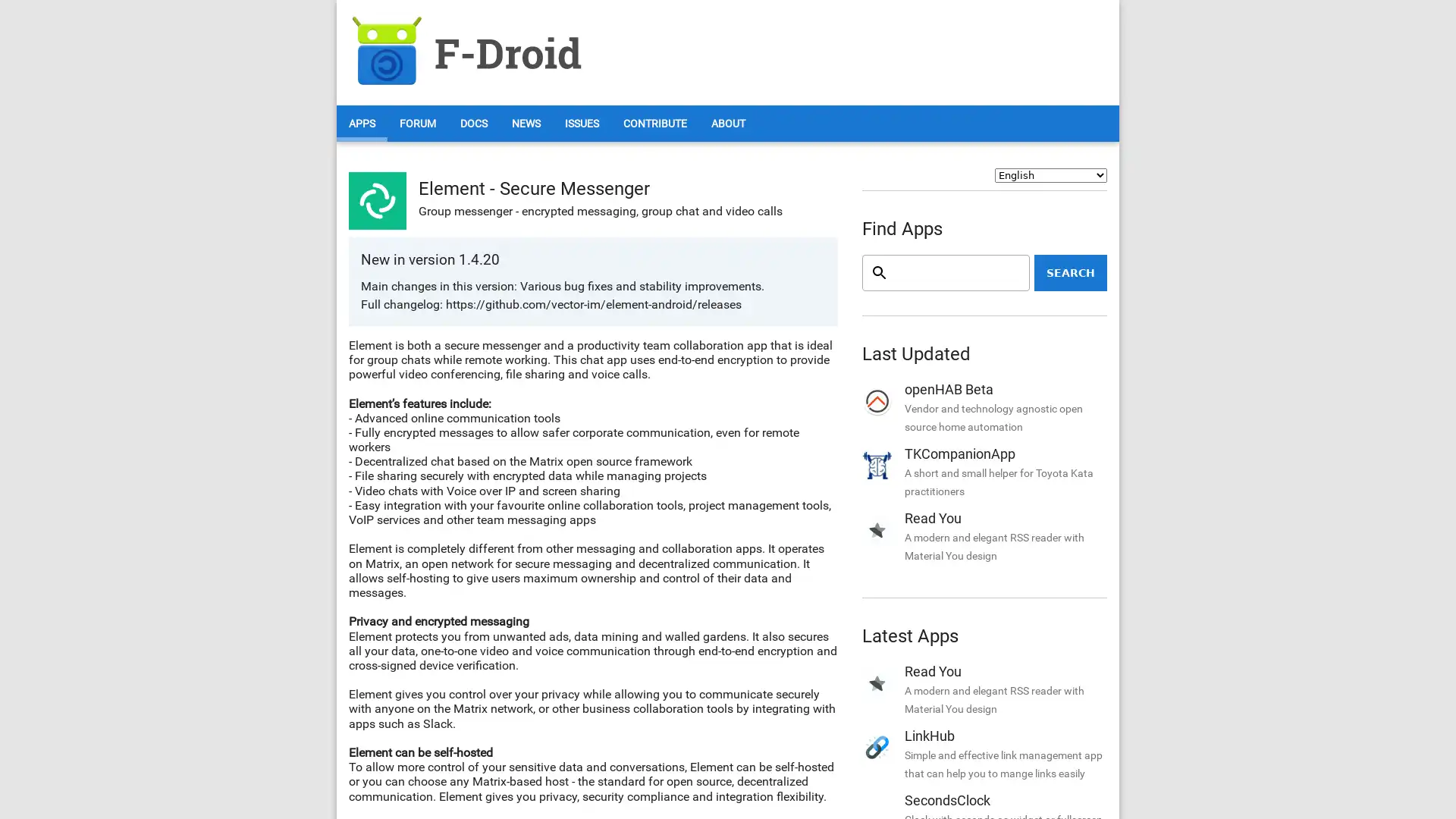 This screenshot has width=1456, height=819. What do you see at coordinates (1069, 271) in the screenshot?
I see `Search` at bounding box center [1069, 271].